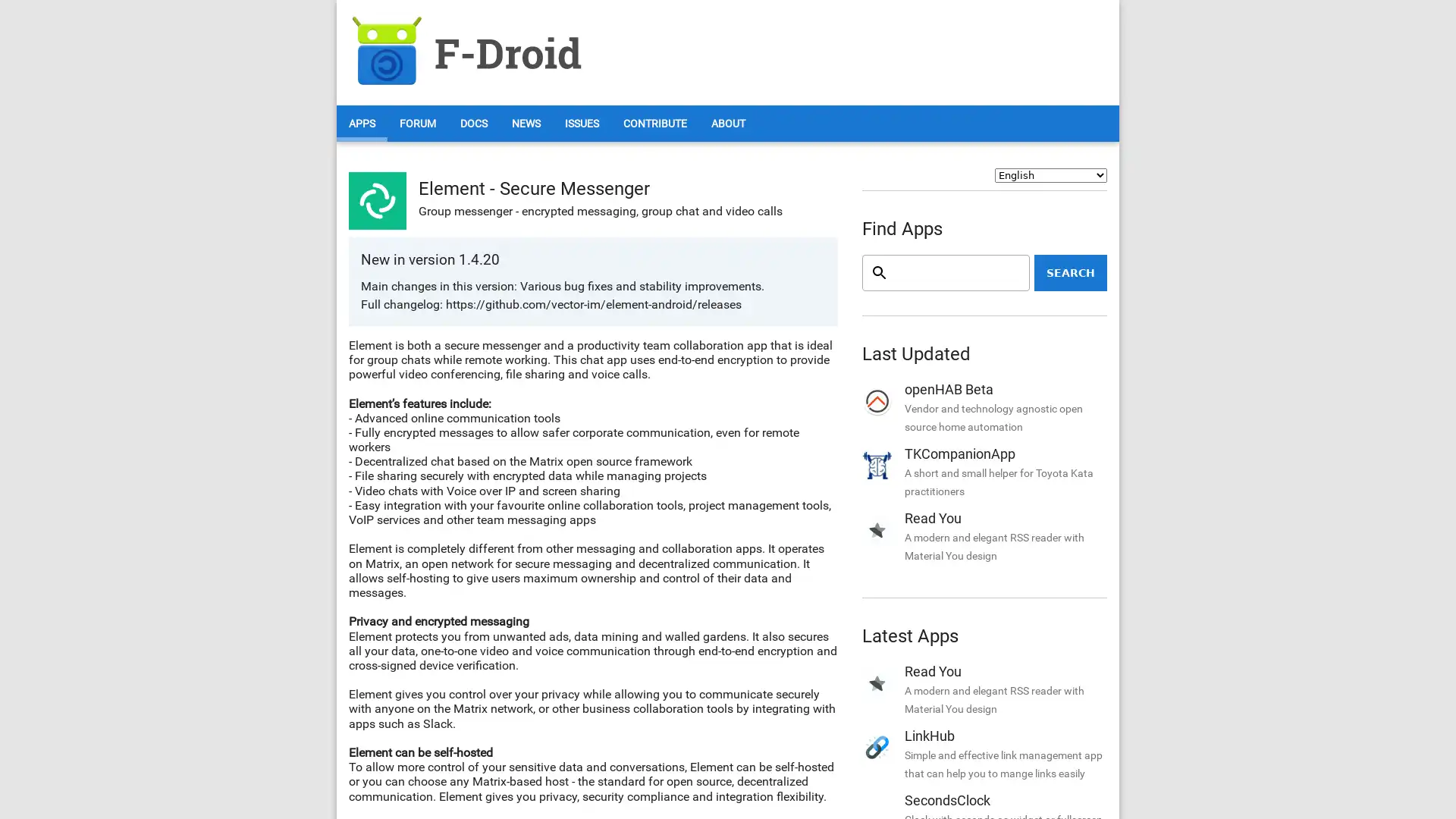 This screenshot has width=1456, height=819. What do you see at coordinates (1069, 271) in the screenshot?
I see `Search` at bounding box center [1069, 271].